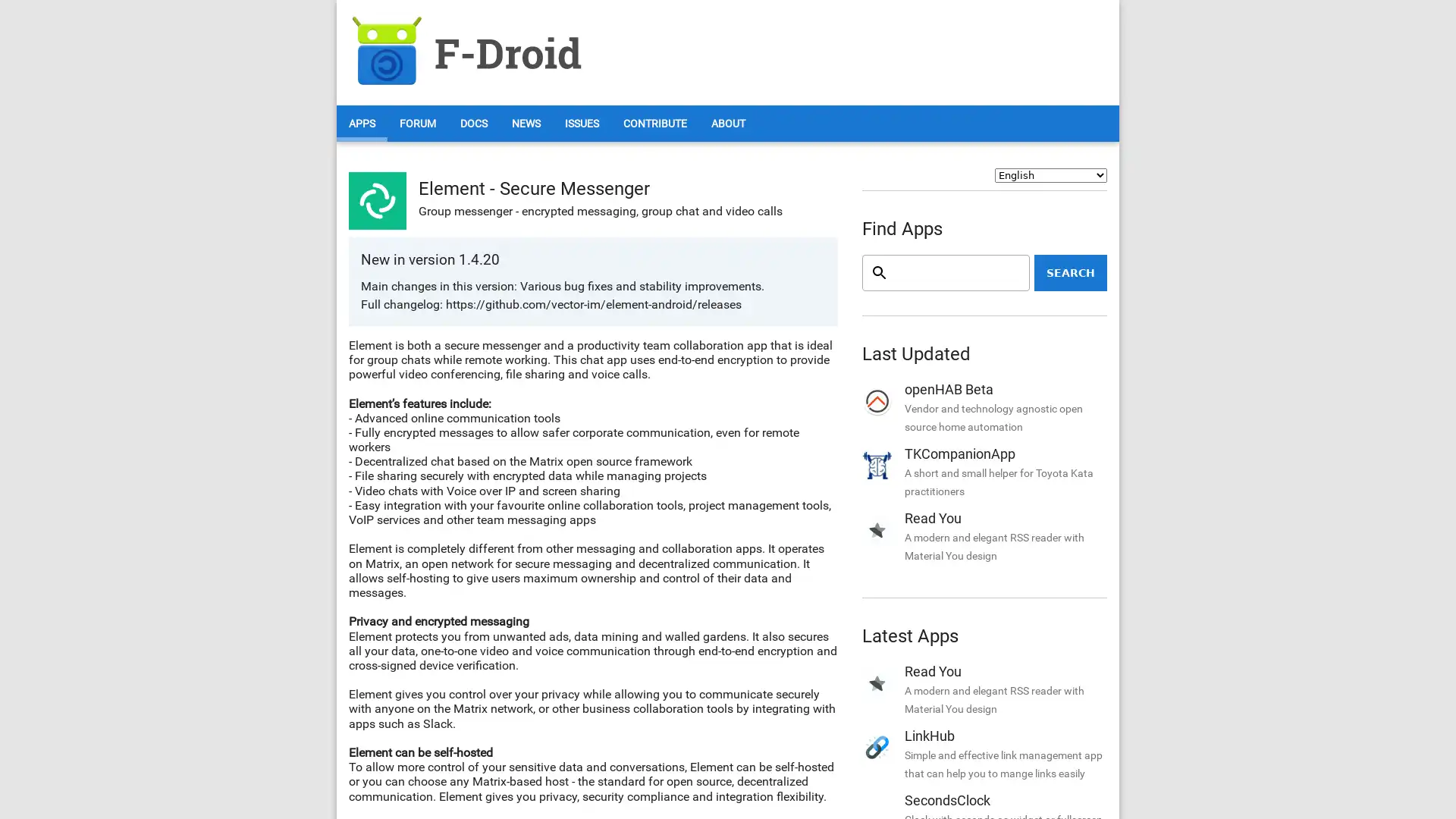 This screenshot has width=1456, height=819. What do you see at coordinates (1069, 271) in the screenshot?
I see `Search` at bounding box center [1069, 271].